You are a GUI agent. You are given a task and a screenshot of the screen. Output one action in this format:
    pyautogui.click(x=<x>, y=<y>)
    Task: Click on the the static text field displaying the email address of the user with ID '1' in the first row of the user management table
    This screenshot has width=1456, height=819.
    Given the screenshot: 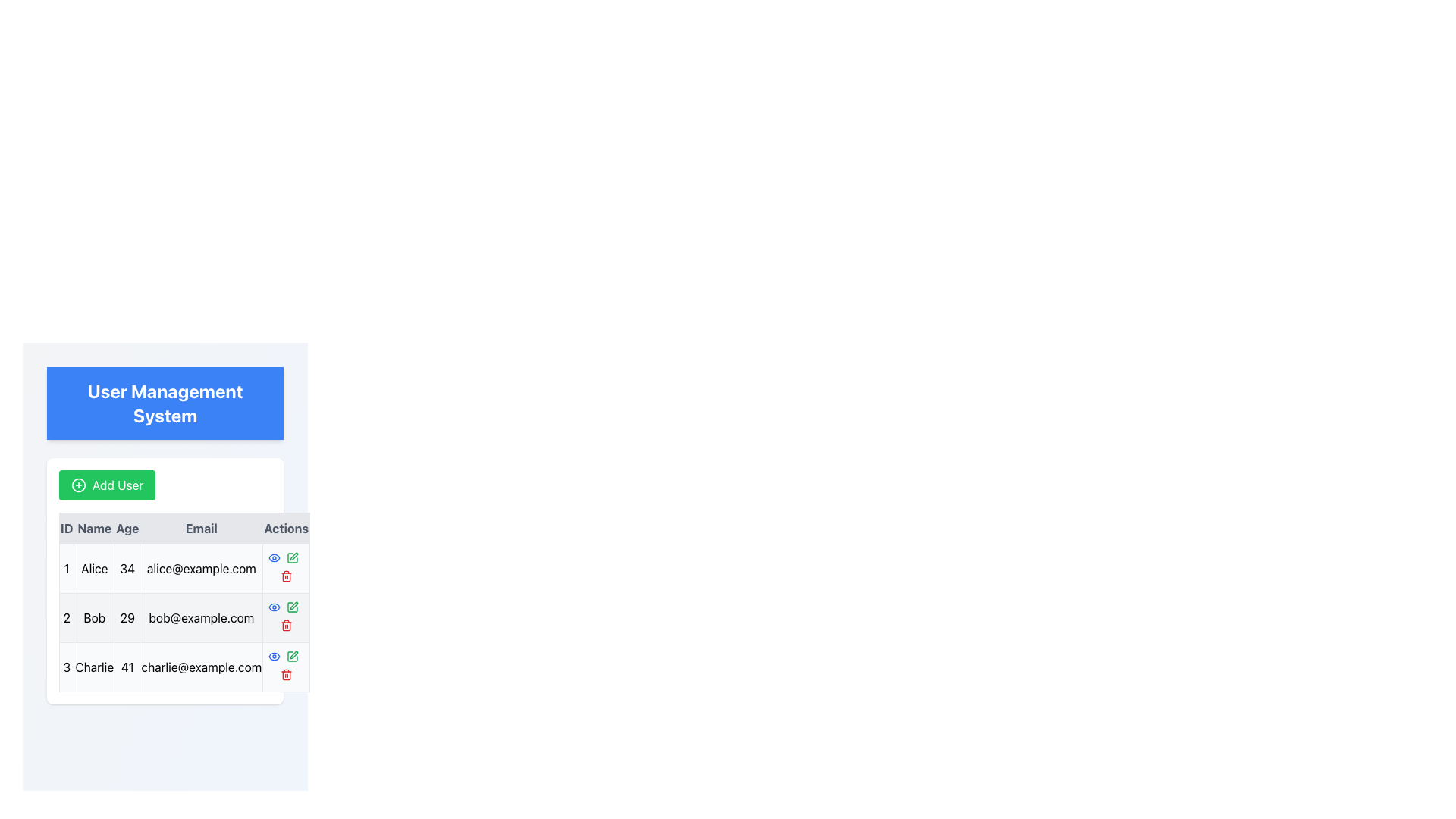 What is the action you would take?
    pyautogui.click(x=200, y=568)
    